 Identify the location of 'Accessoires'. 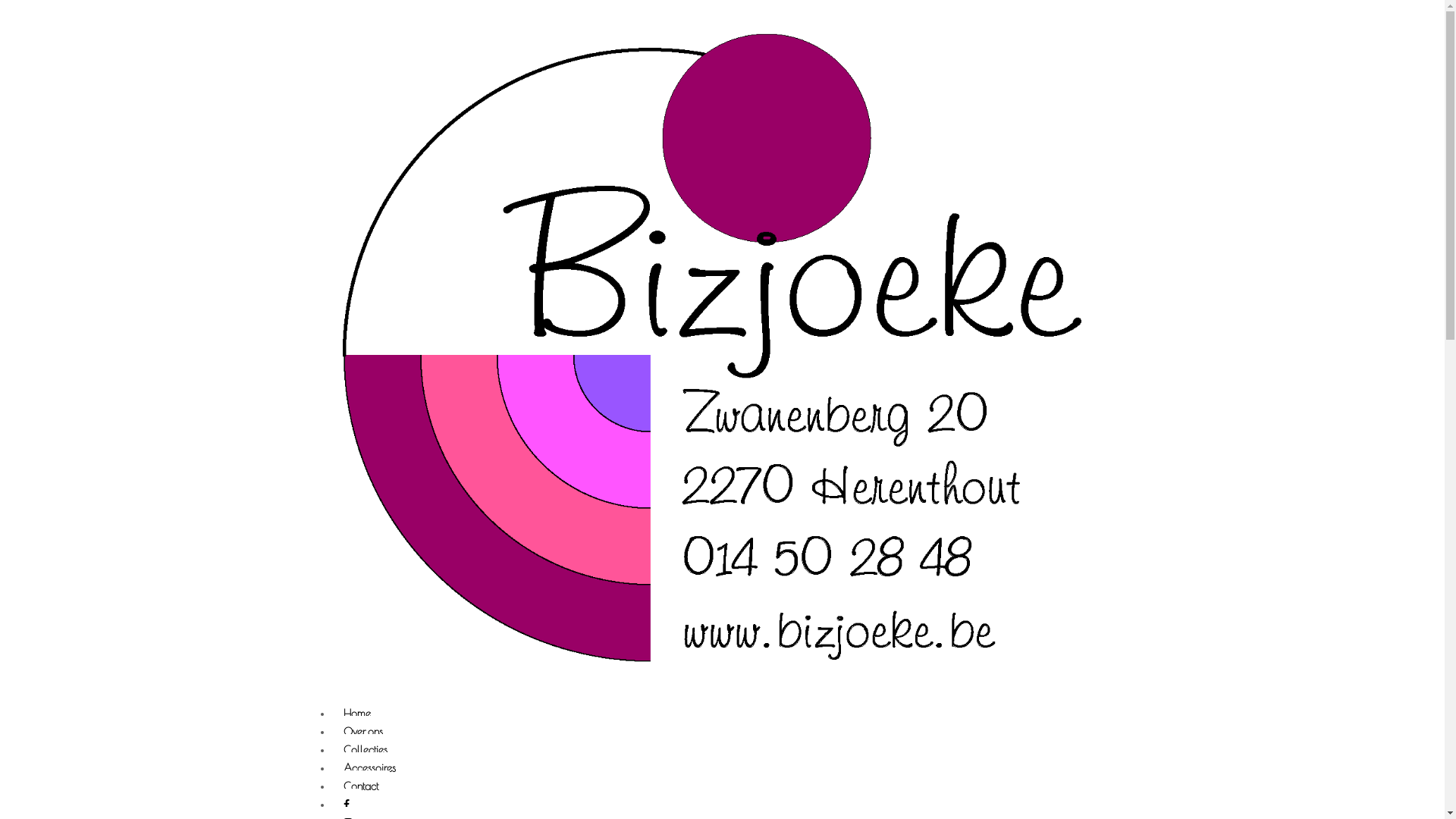
(369, 769).